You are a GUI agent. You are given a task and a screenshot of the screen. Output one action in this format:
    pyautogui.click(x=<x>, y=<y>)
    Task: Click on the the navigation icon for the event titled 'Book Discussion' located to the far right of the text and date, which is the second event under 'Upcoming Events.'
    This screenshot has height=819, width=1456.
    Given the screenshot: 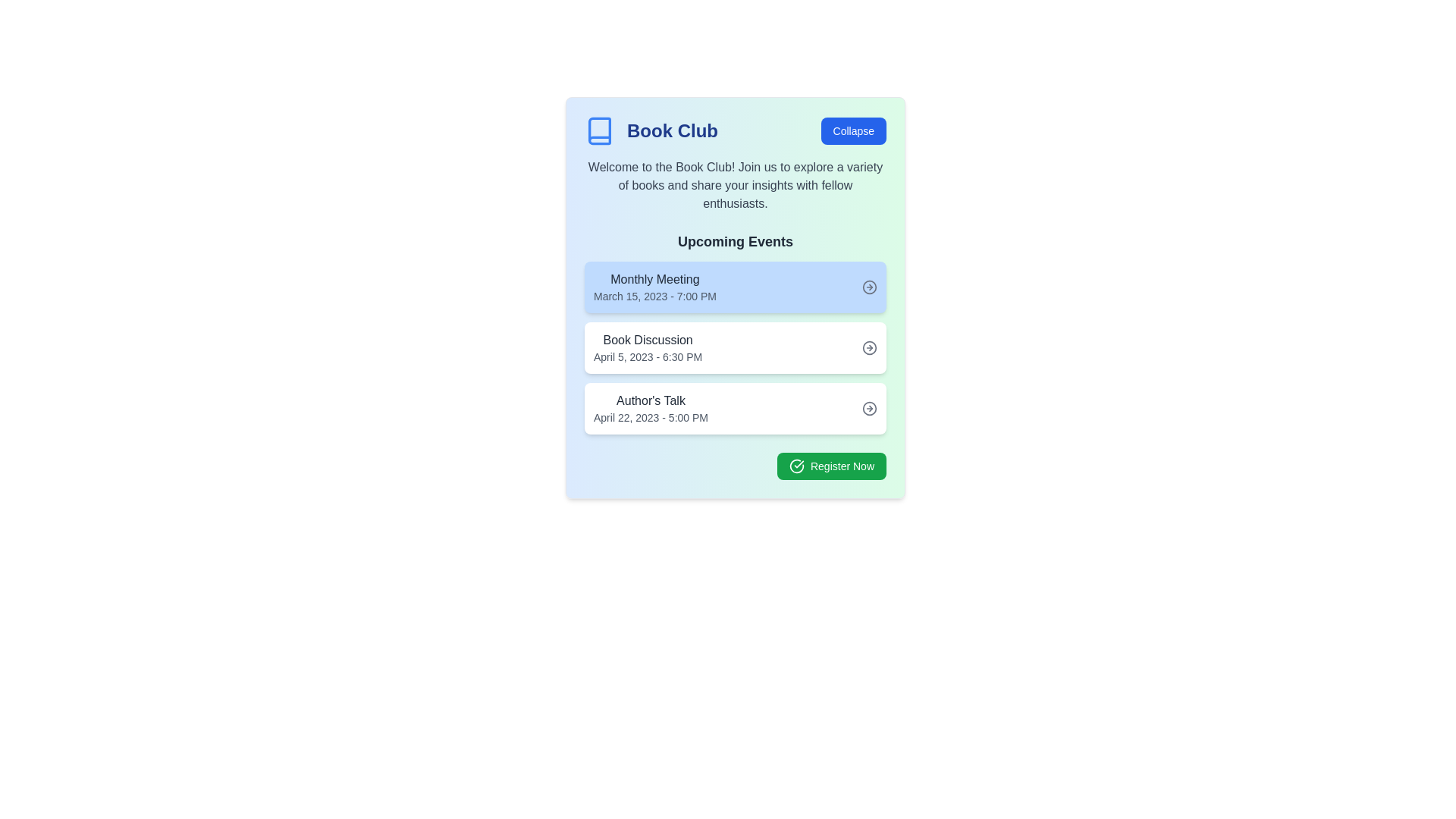 What is the action you would take?
    pyautogui.click(x=870, y=348)
    